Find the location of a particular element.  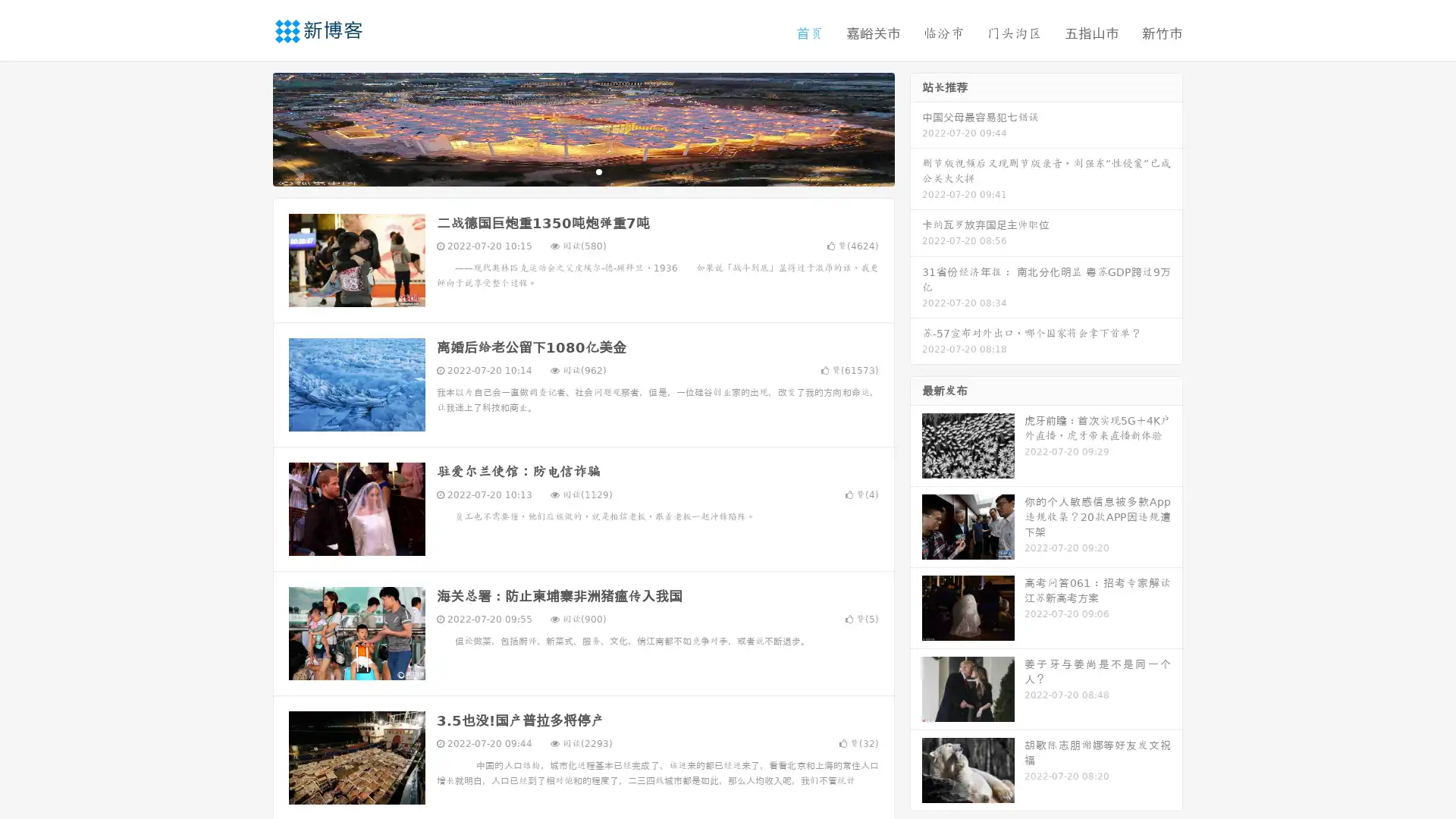

Go to slide 3 is located at coordinates (598, 171).